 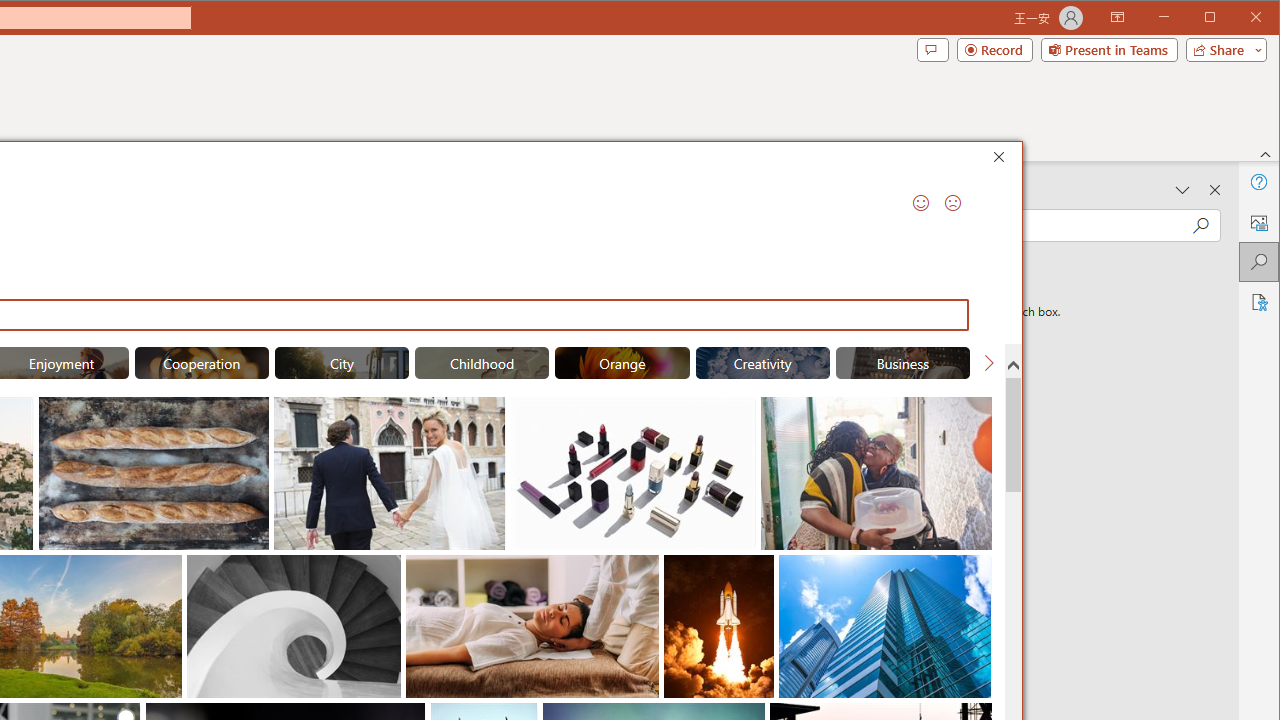 What do you see at coordinates (201, 362) in the screenshot?
I see `'"Cooperation" Stock Images.'` at bounding box center [201, 362].